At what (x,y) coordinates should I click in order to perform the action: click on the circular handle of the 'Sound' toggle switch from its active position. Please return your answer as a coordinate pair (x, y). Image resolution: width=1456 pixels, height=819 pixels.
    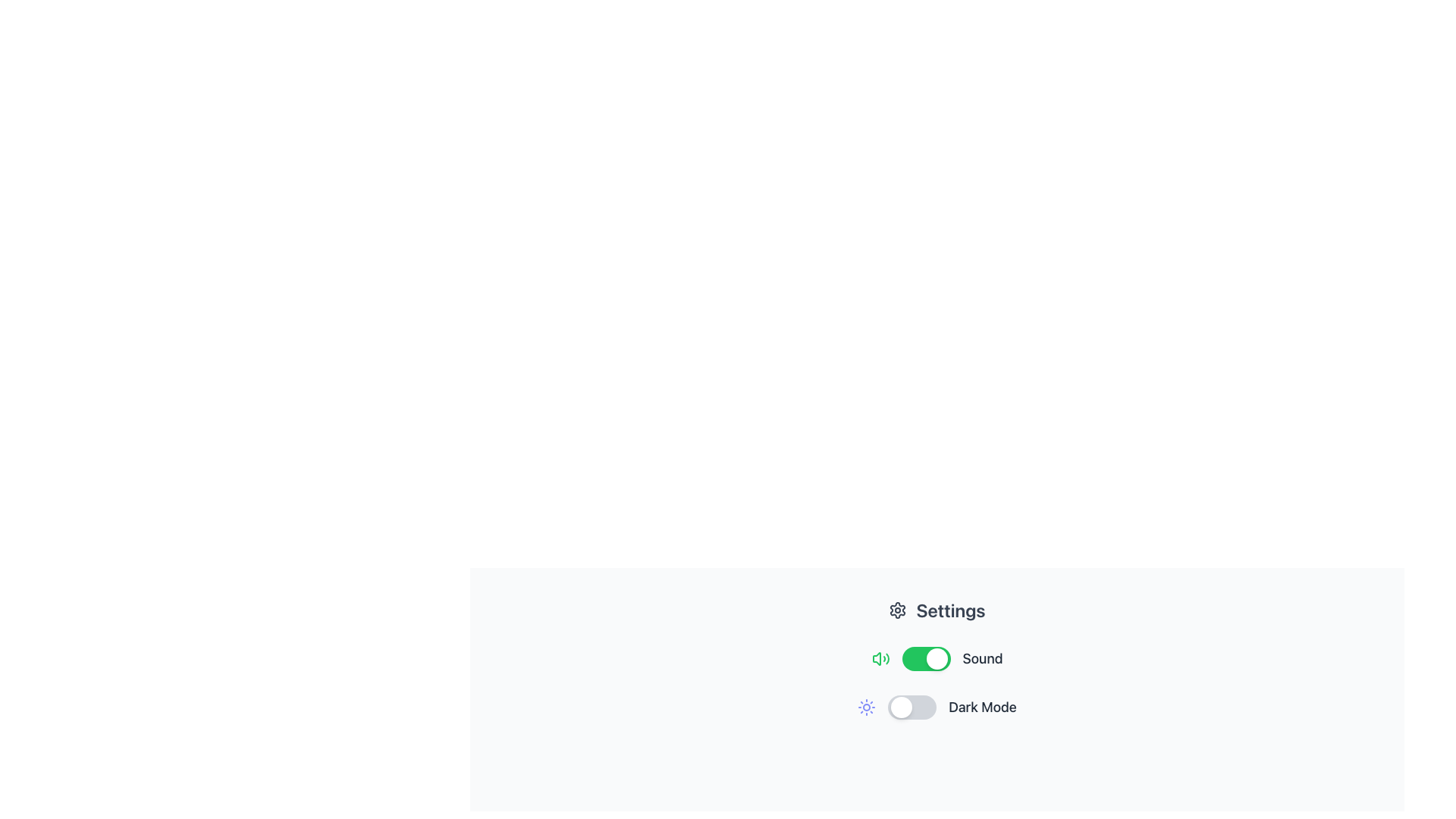
    Looking at the image, I should click on (936, 657).